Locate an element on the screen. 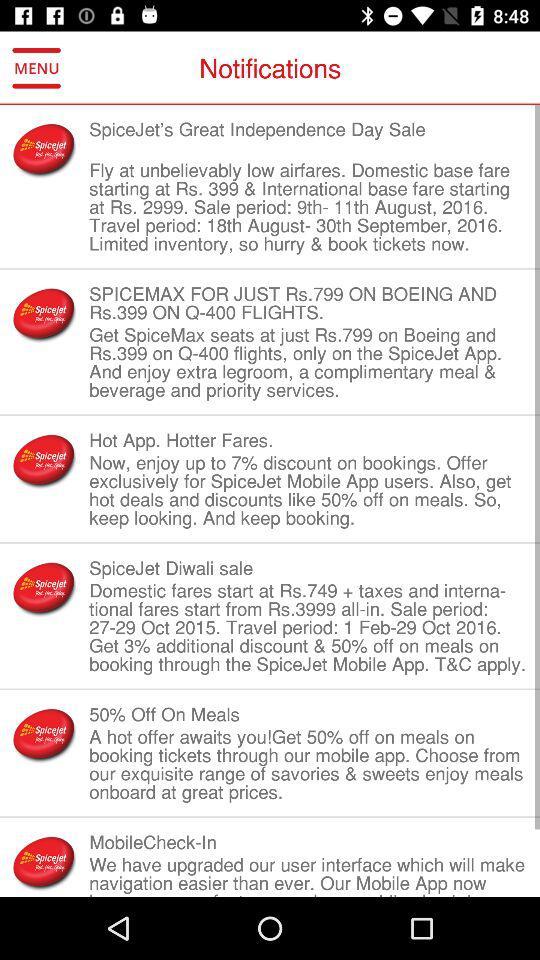 The height and width of the screenshot is (960, 540). the item above domestic fares start item is located at coordinates (308, 568).